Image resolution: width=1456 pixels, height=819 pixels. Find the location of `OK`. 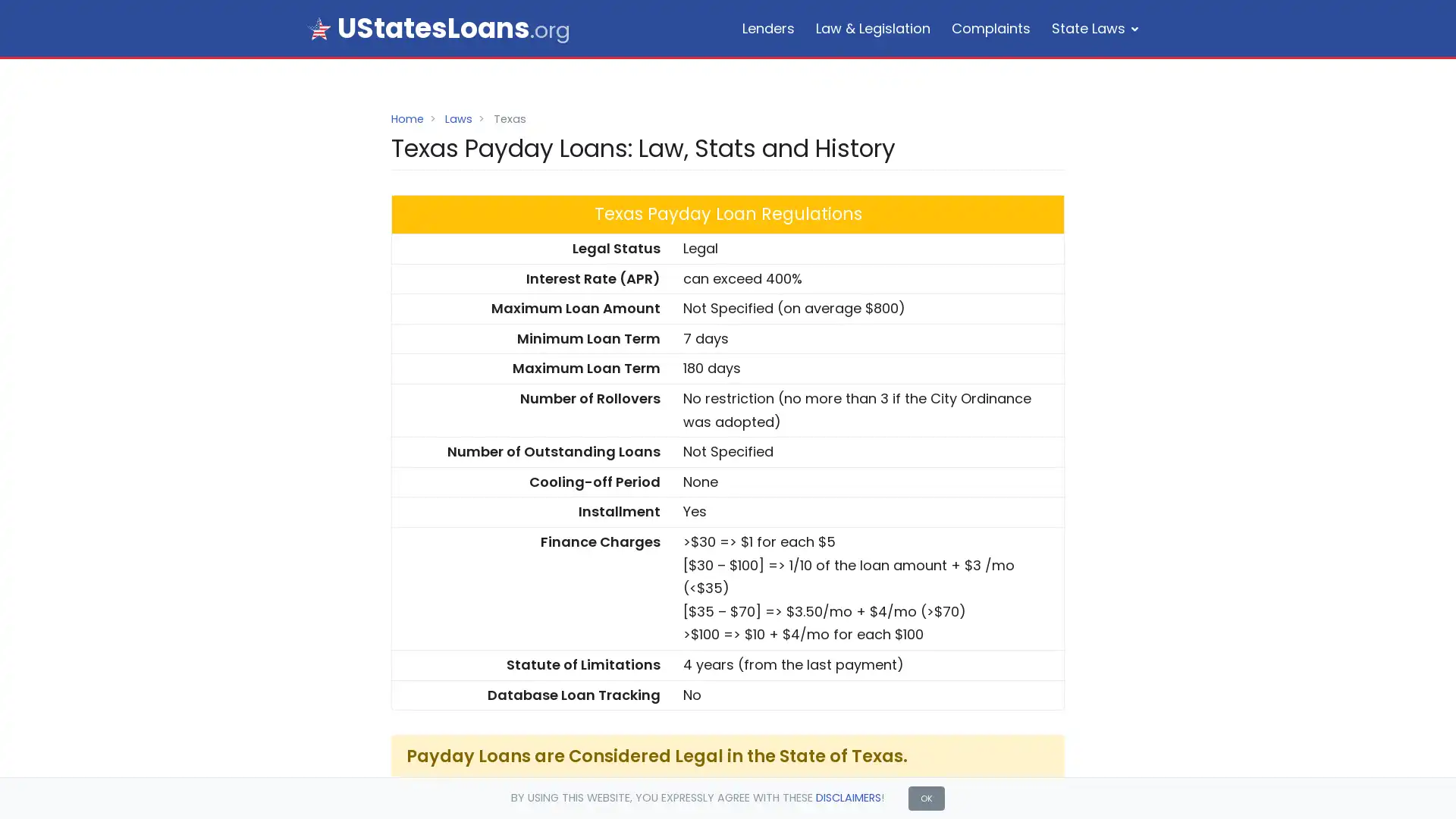

OK is located at coordinates (926, 797).